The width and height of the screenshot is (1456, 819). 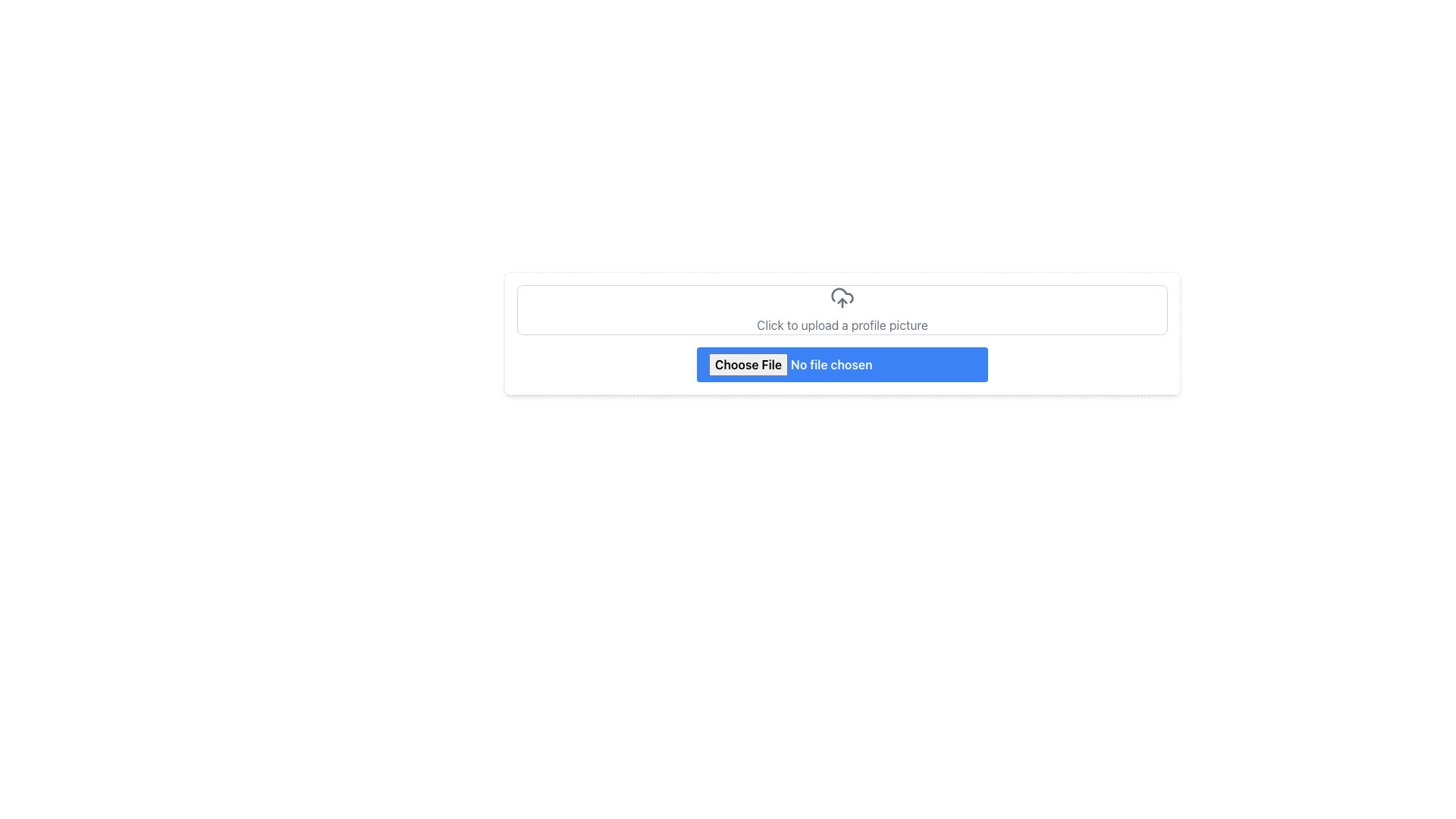 I want to click on the interactive icon resembling an upward arrow within a cloud, which is positioned above the text 'Click to upload a profile picture', so click(x=841, y=309).